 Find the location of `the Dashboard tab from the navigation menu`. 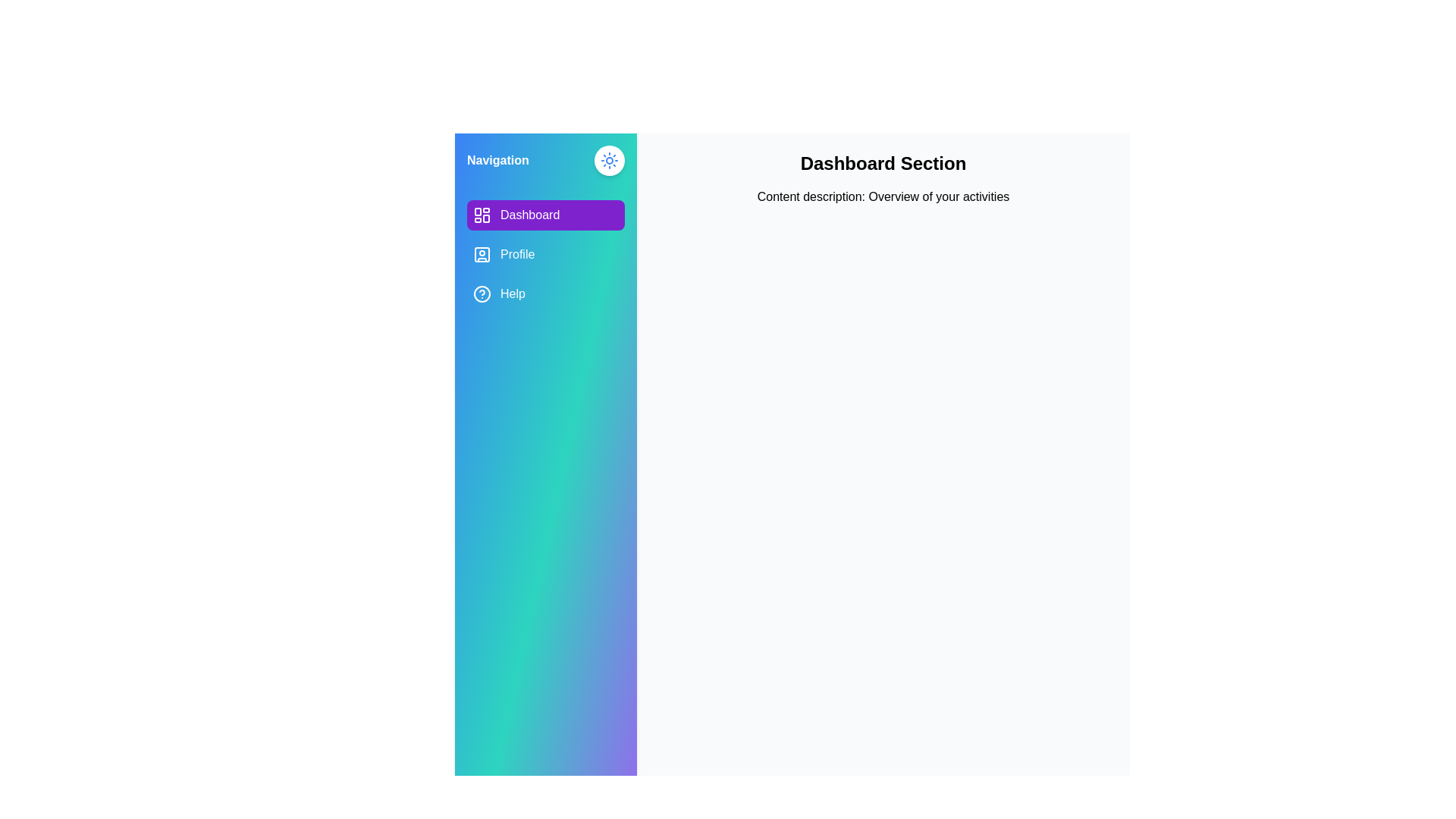

the Dashboard tab from the navigation menu is located at coordinates (546, 215).